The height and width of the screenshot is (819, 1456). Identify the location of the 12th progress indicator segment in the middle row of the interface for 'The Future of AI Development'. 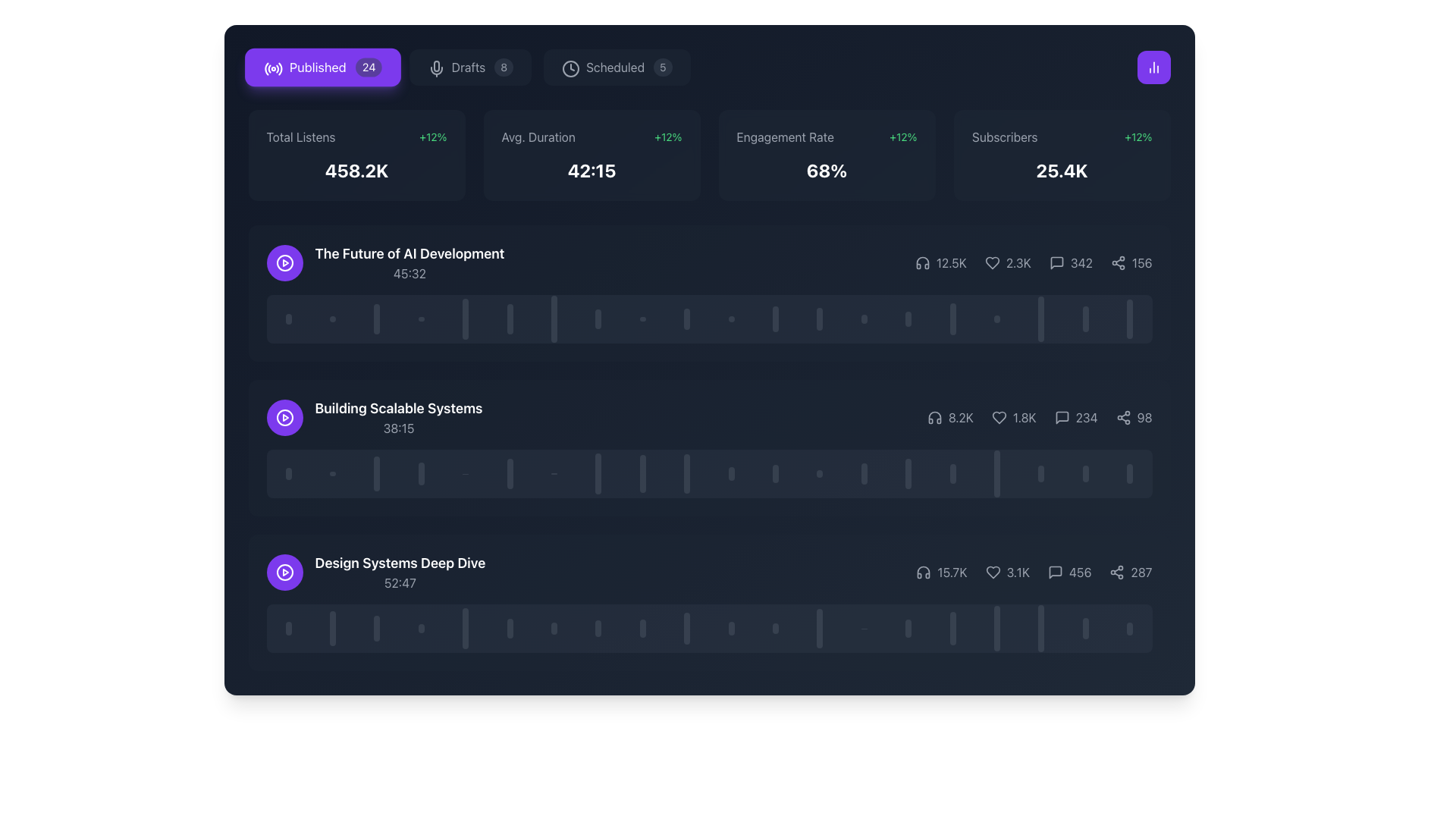
(775, 318).